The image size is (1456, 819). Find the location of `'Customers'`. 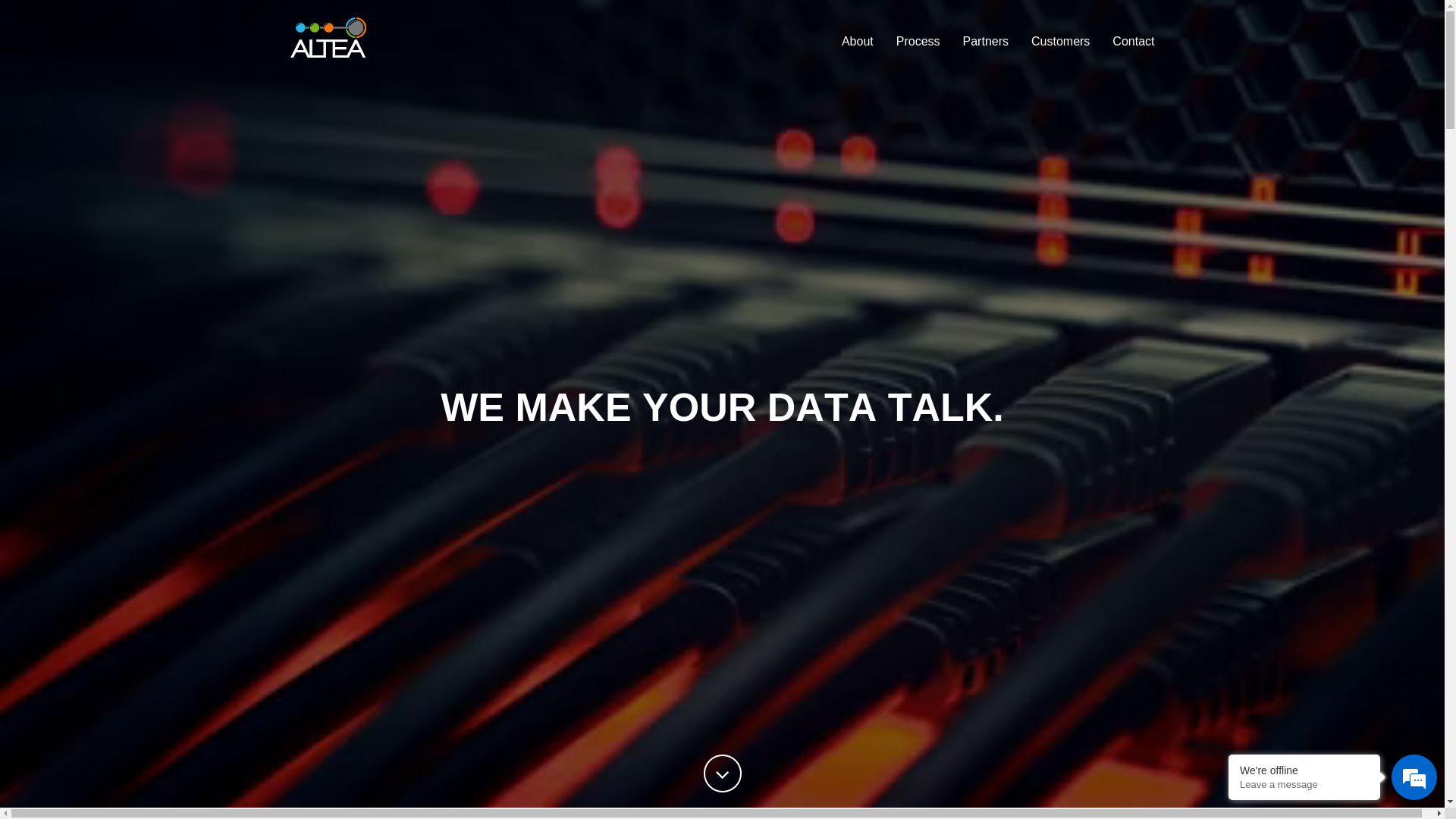

'Customers' is located at coordinates (1019, 40).